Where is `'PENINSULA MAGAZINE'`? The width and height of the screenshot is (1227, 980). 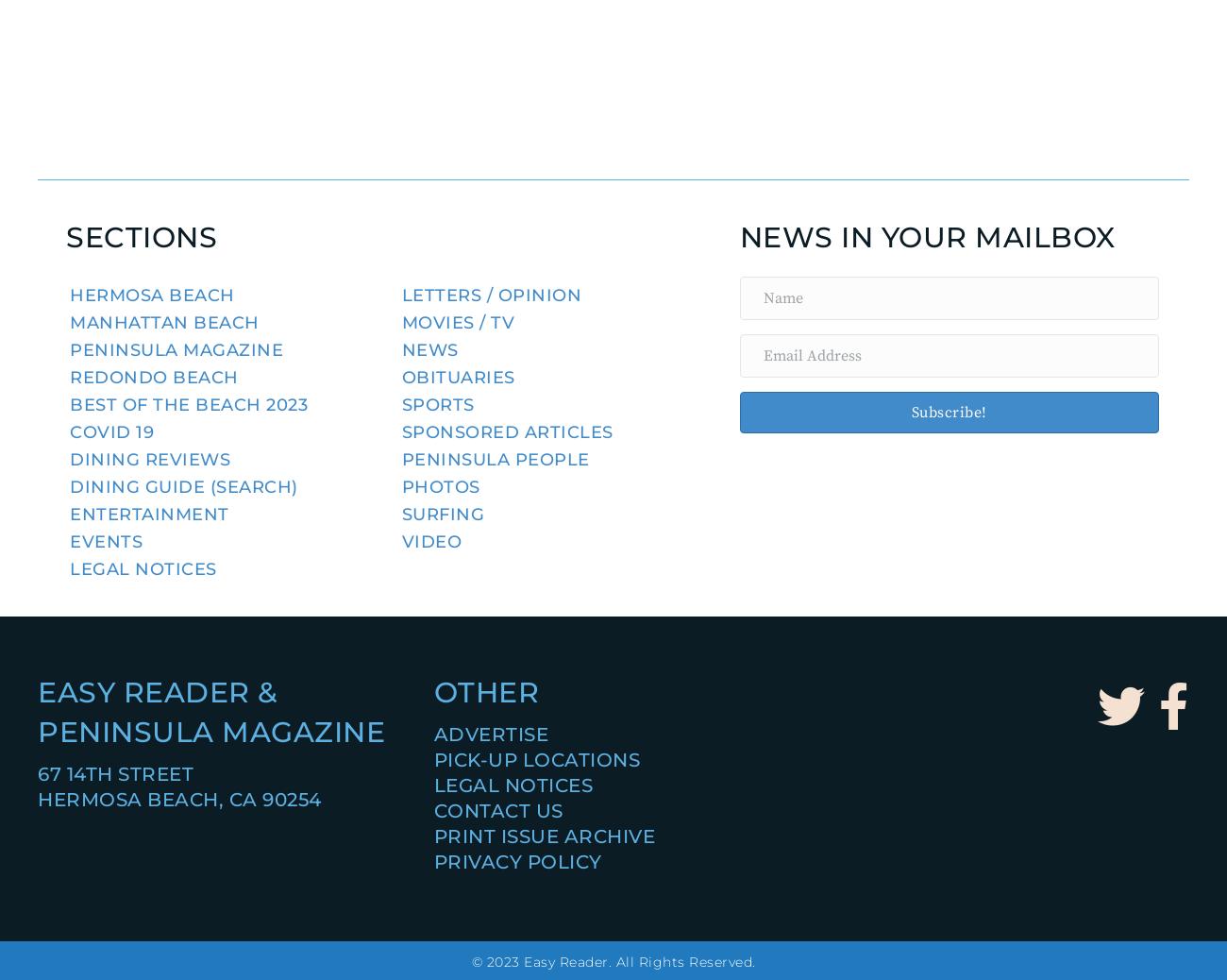 'PENINSULA MAGAZINE' is located at coordinates (210, 731).